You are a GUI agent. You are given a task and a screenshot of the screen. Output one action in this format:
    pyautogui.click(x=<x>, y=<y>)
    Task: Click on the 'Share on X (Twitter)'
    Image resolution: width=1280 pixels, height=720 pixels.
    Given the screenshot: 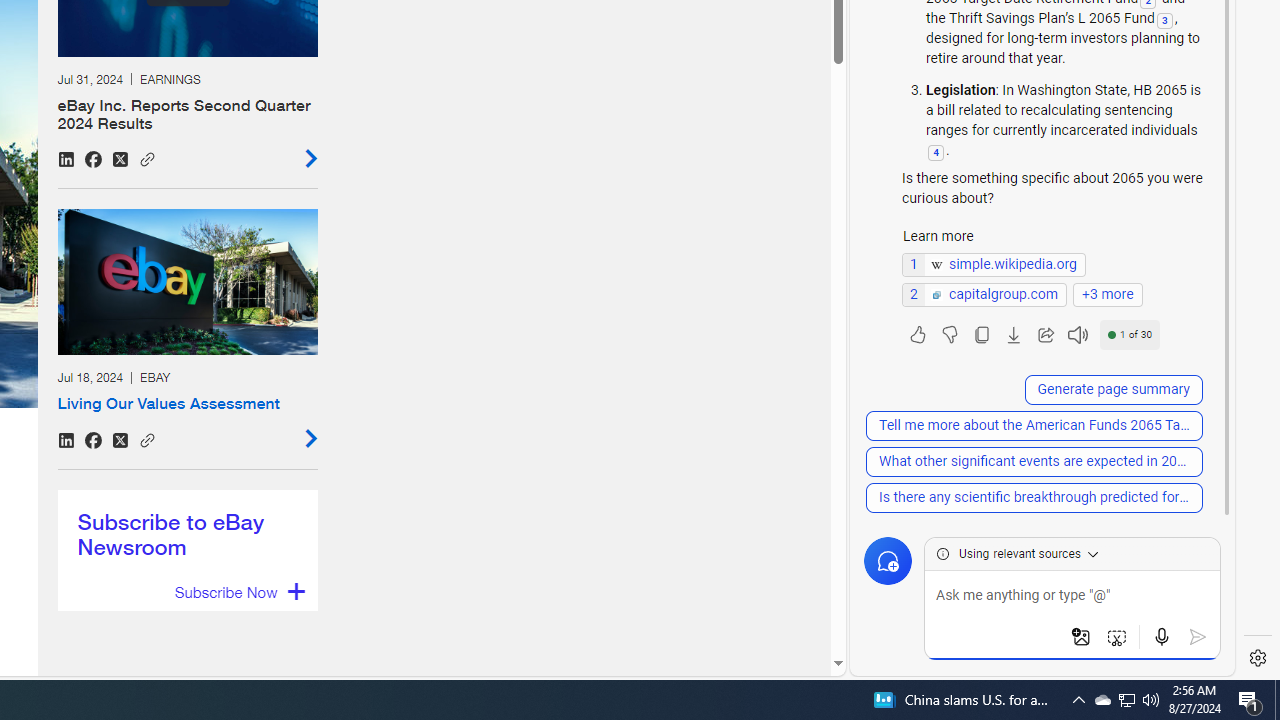 What is the action you would take?
    pyautogui.click(x=119, y=439)
    